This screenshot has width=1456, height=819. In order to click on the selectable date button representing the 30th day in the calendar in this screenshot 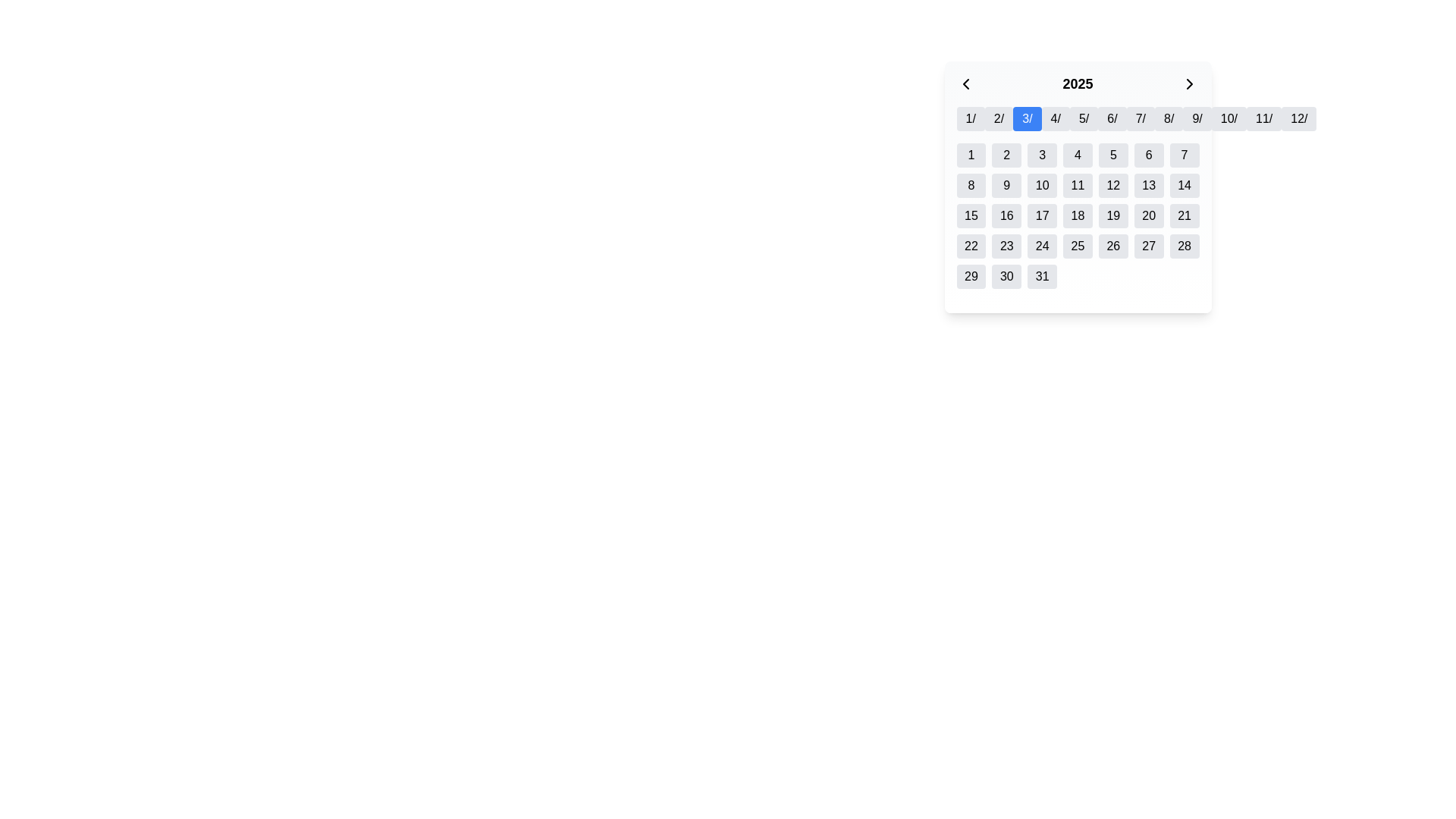, I will do `click(1006, 277)`.